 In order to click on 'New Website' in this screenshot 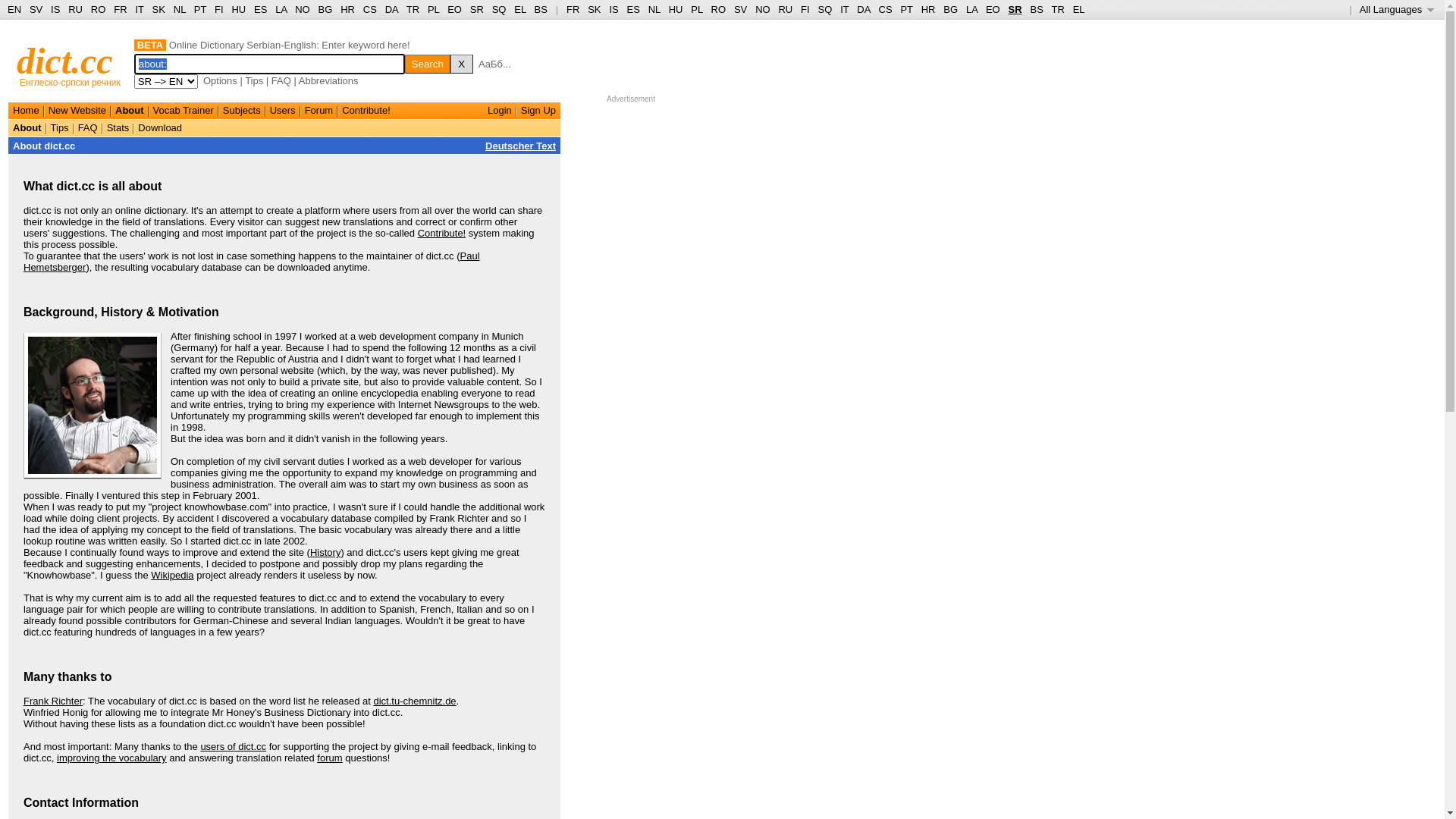, I will do `click(76, 109)`.